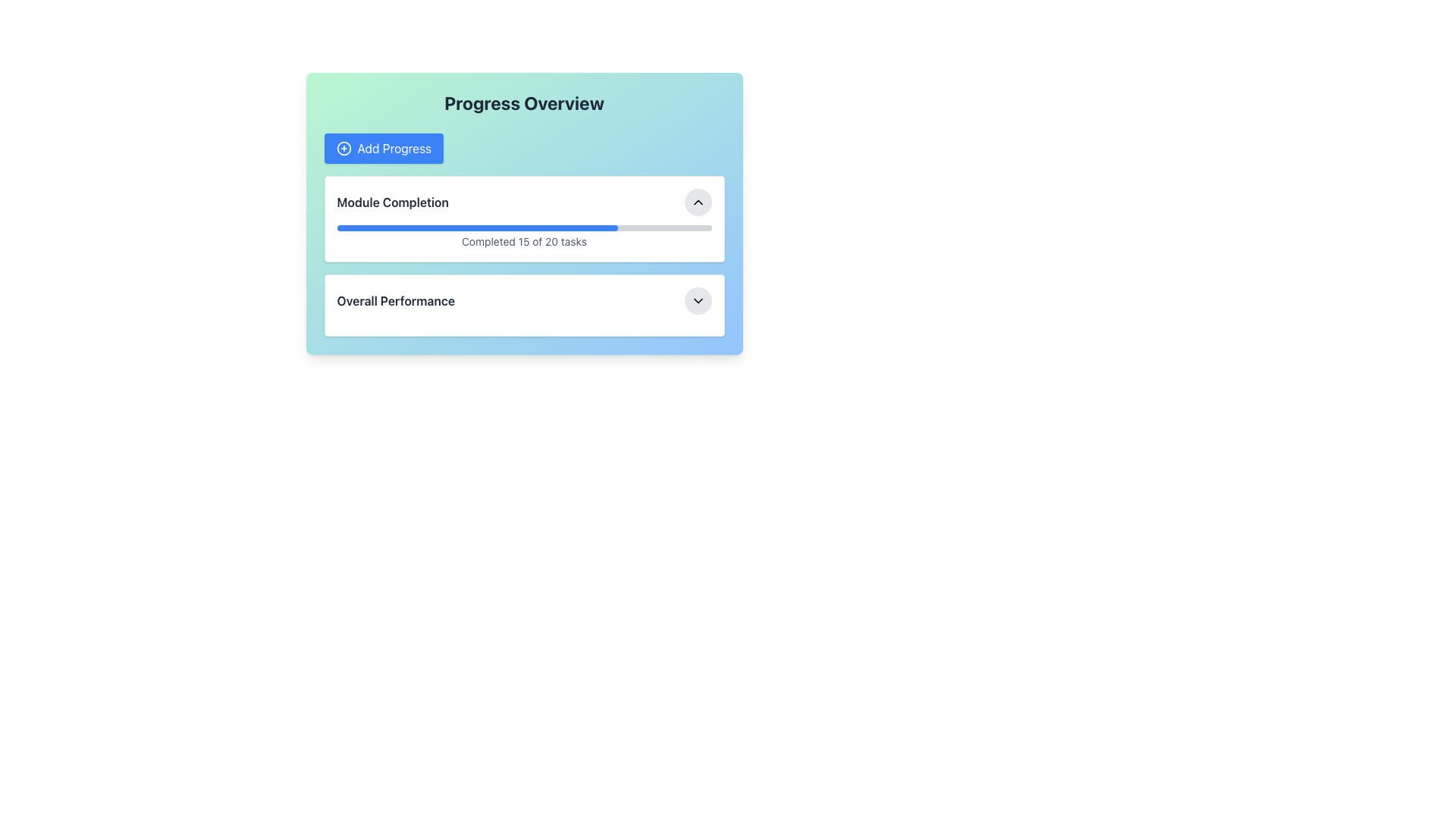  Describe the element at coordinates (524, 237) in the screenshot. I see `the Progress Indicator with Text that shows 'Completed 15 of 20 tasks' for possible interaction` at that location.